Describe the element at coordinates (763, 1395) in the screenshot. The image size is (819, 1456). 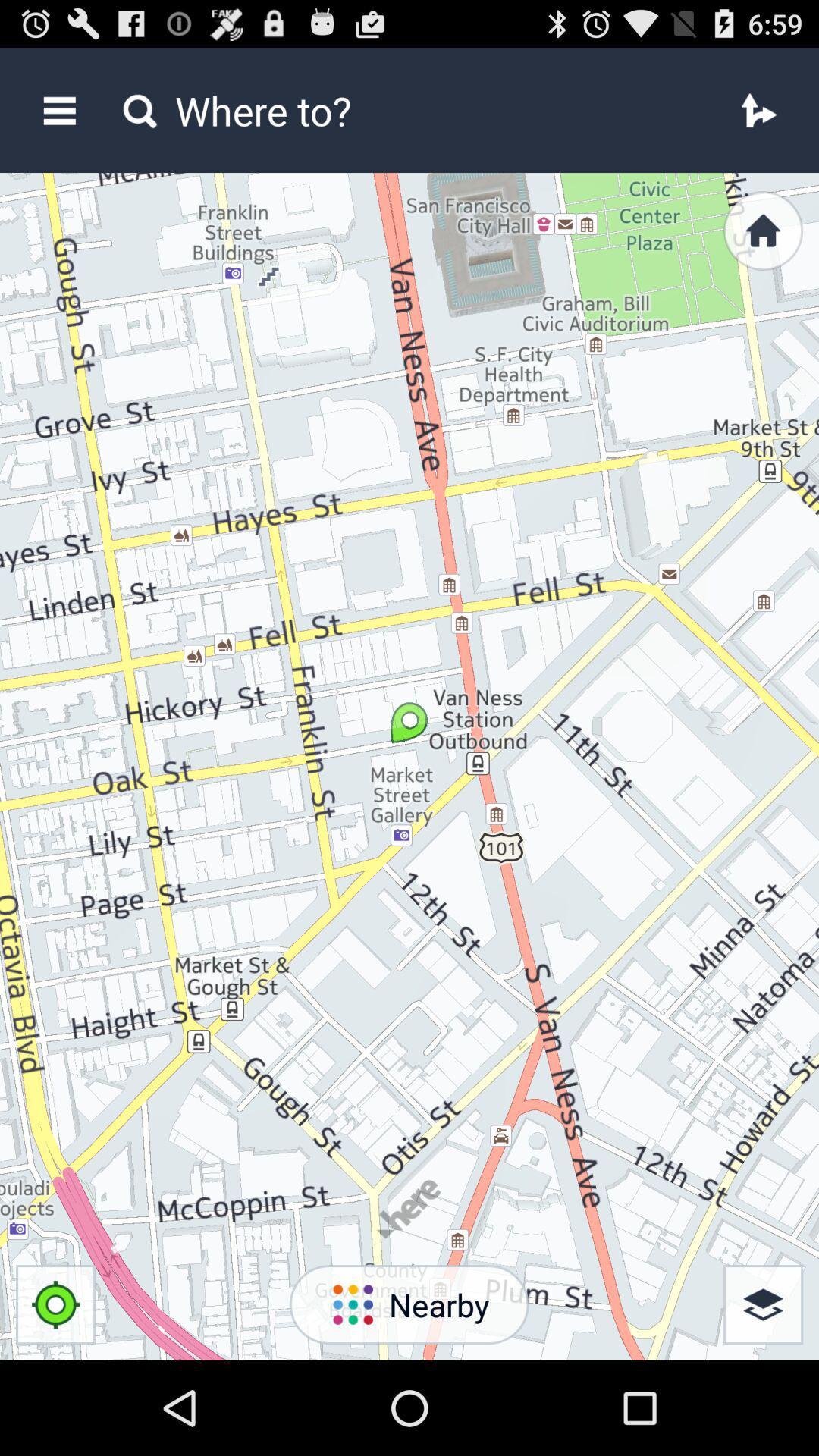
I see `the layers icon` at that location.